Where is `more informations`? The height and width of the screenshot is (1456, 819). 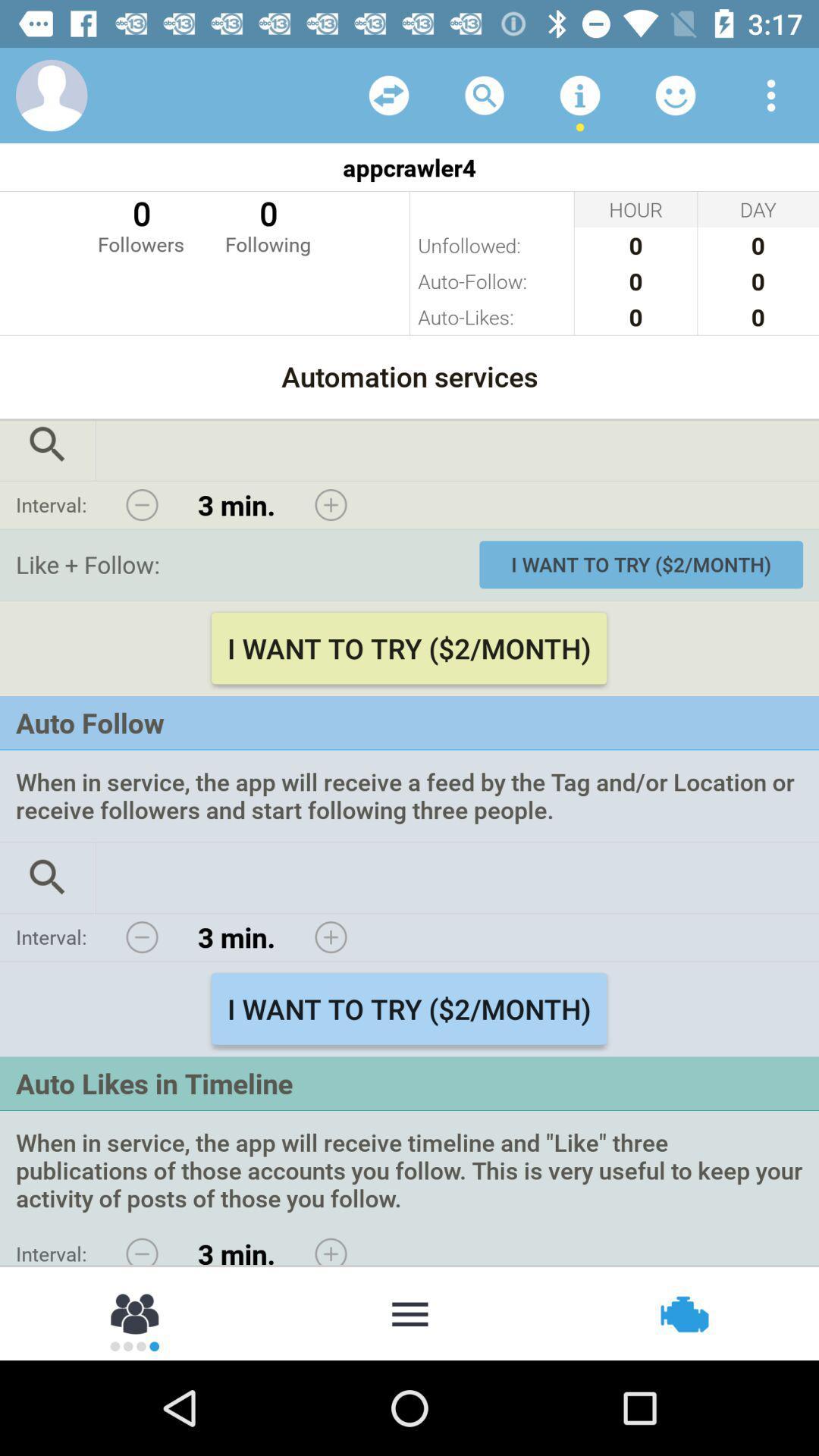
more informations is located at coordinates (579, 94).